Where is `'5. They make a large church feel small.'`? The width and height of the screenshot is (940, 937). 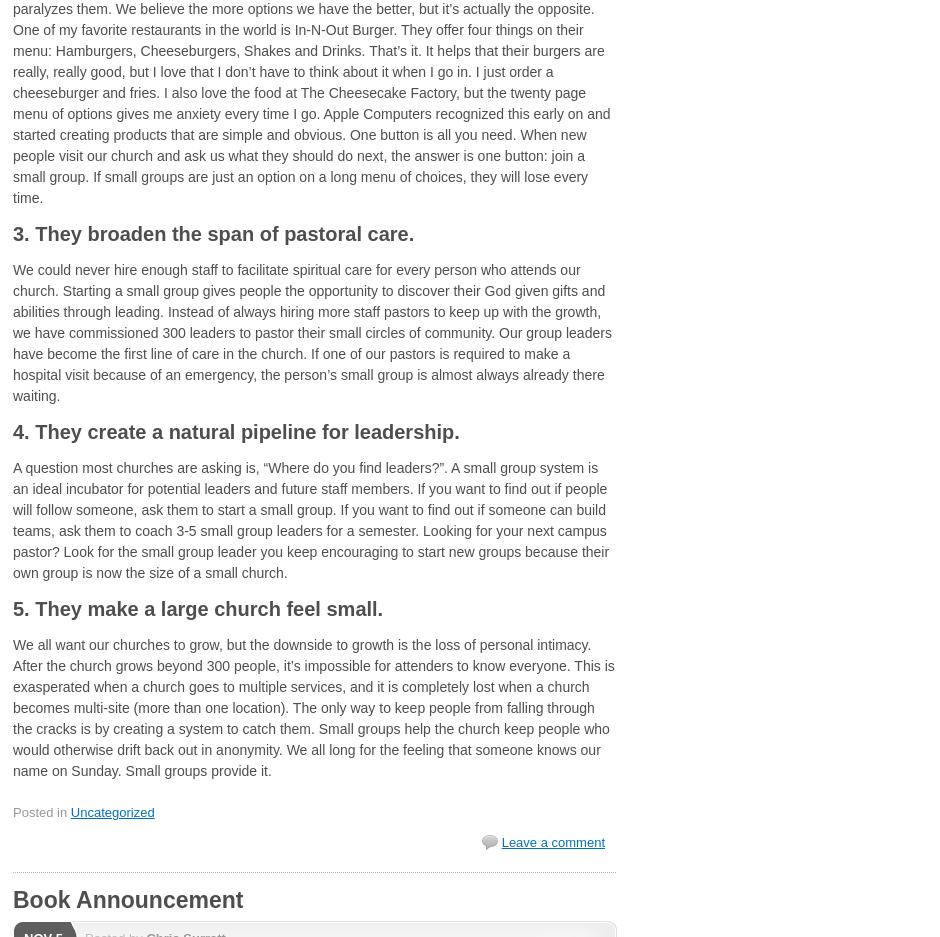 '5. They make a large church feel small.' is located at coordinates (196, 607).